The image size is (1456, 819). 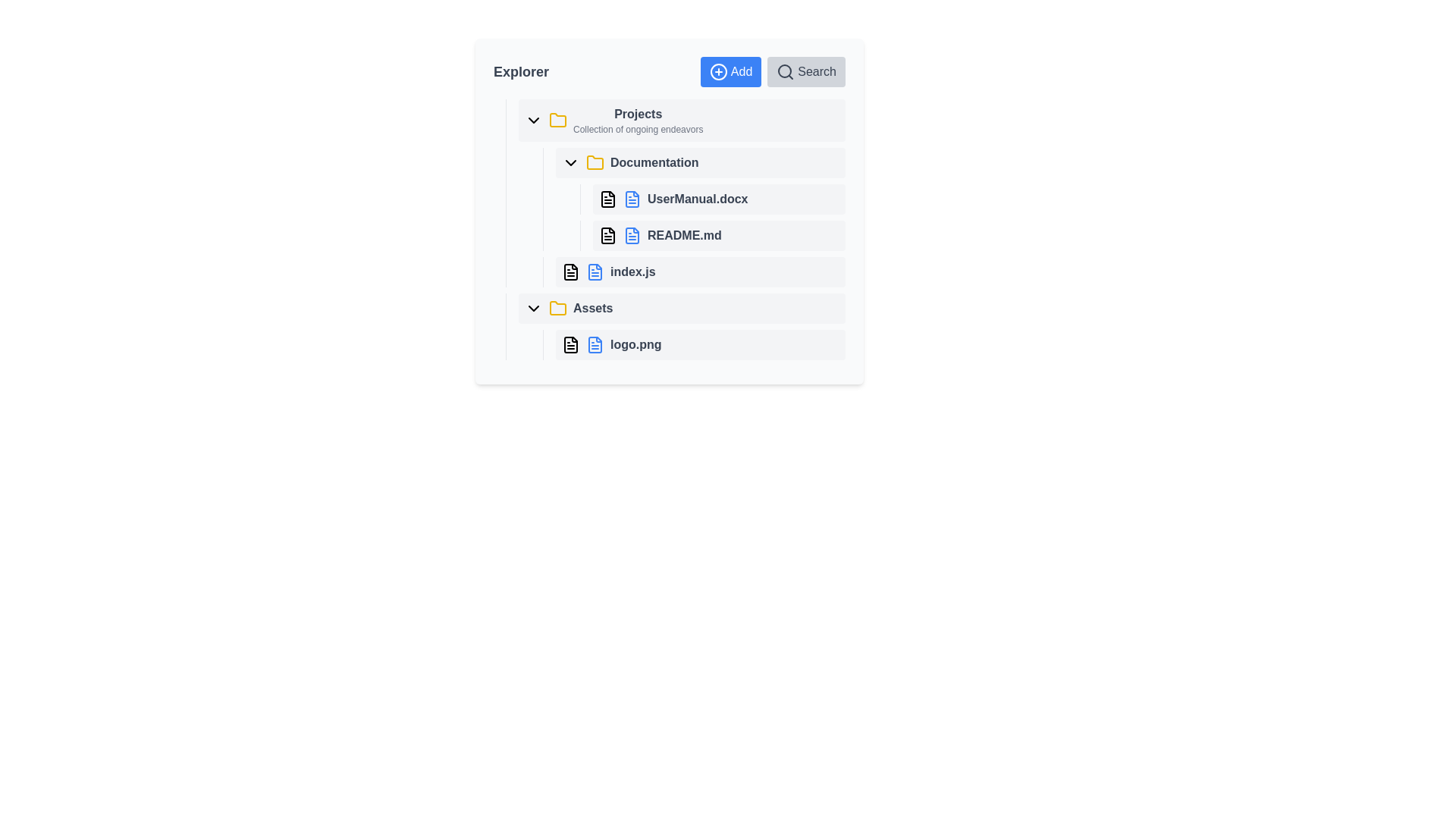 I want to click on the magnifying glass icon styled as an SVG graphic, representing search functionality, located within the 'Search' button in the top-right corner of the interface, so click(x=786, y=72).